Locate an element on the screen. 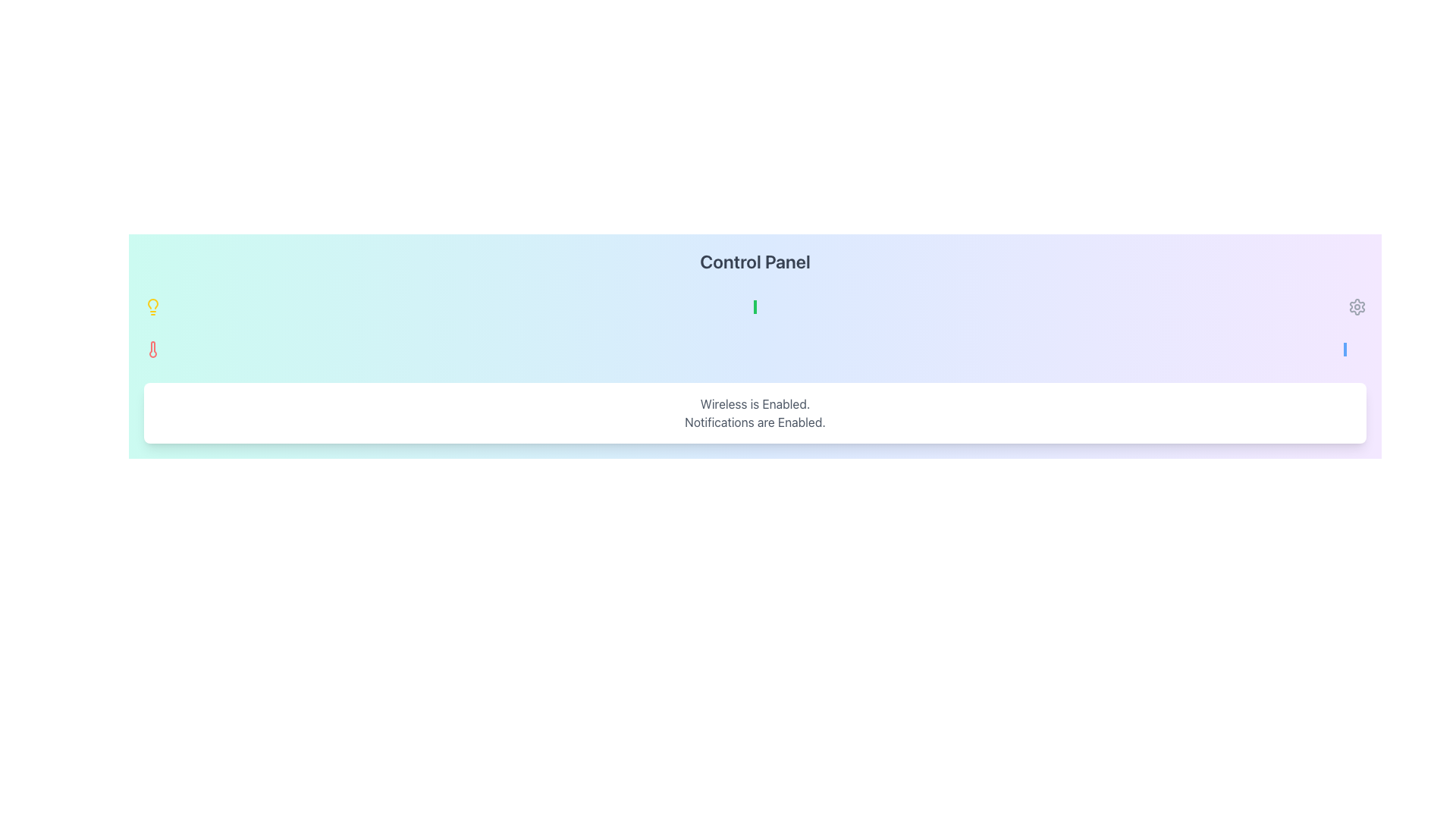 This screenshot has height=819, width=1456. the Display Text Block that shows the status of 'Wireless' and 'Notifications' functionalities, indicating both are enabled is located at coordinates (755, 413).